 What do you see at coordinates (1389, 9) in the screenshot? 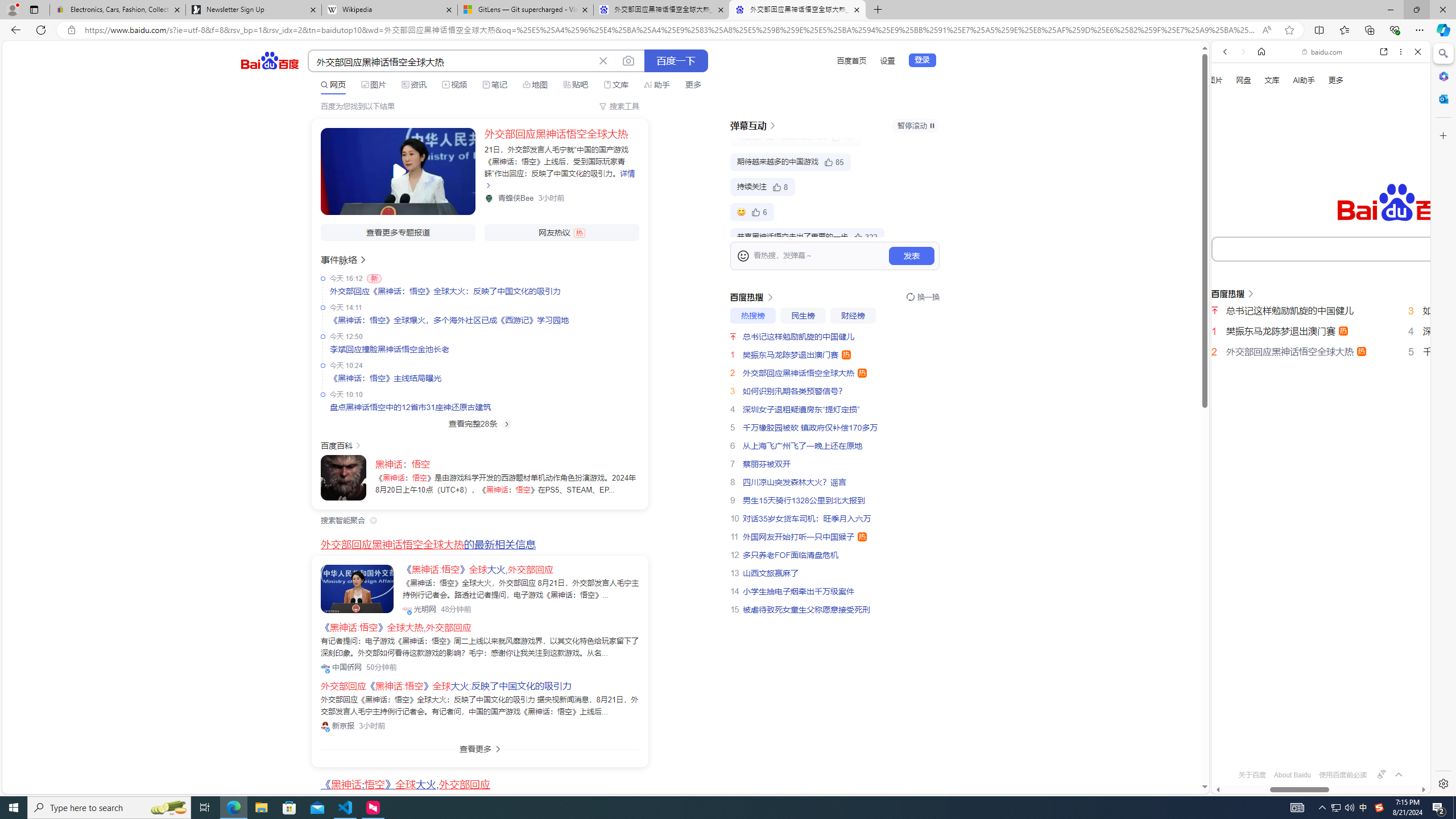
I see `'Minimize'` at bounding box center [1389, 9].